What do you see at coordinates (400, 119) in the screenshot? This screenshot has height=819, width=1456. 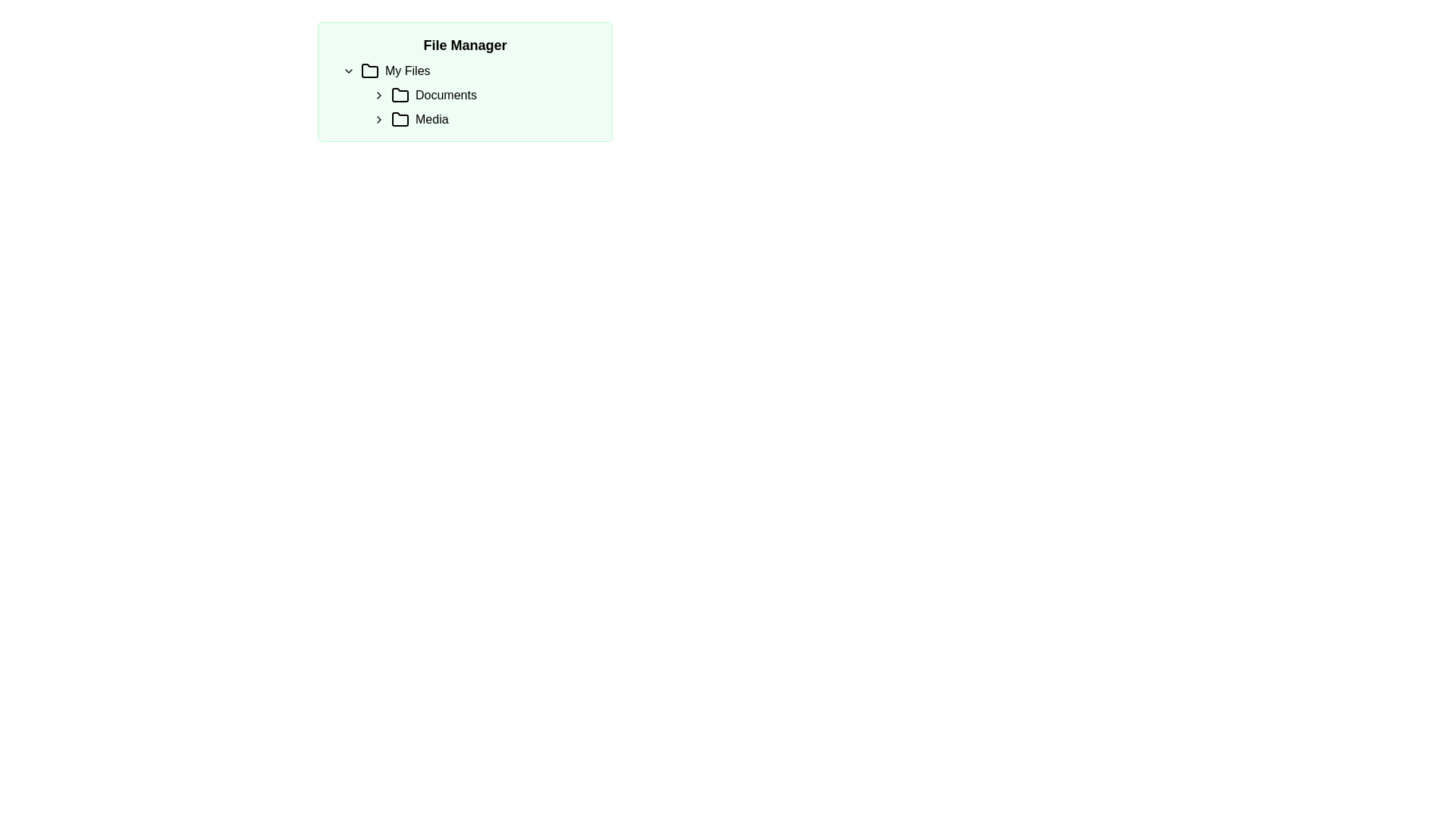 I see `the folder icon, which has a simple outline design with a black stroke, located to the left of the 'Media' text` at bounding box center [400, 119].